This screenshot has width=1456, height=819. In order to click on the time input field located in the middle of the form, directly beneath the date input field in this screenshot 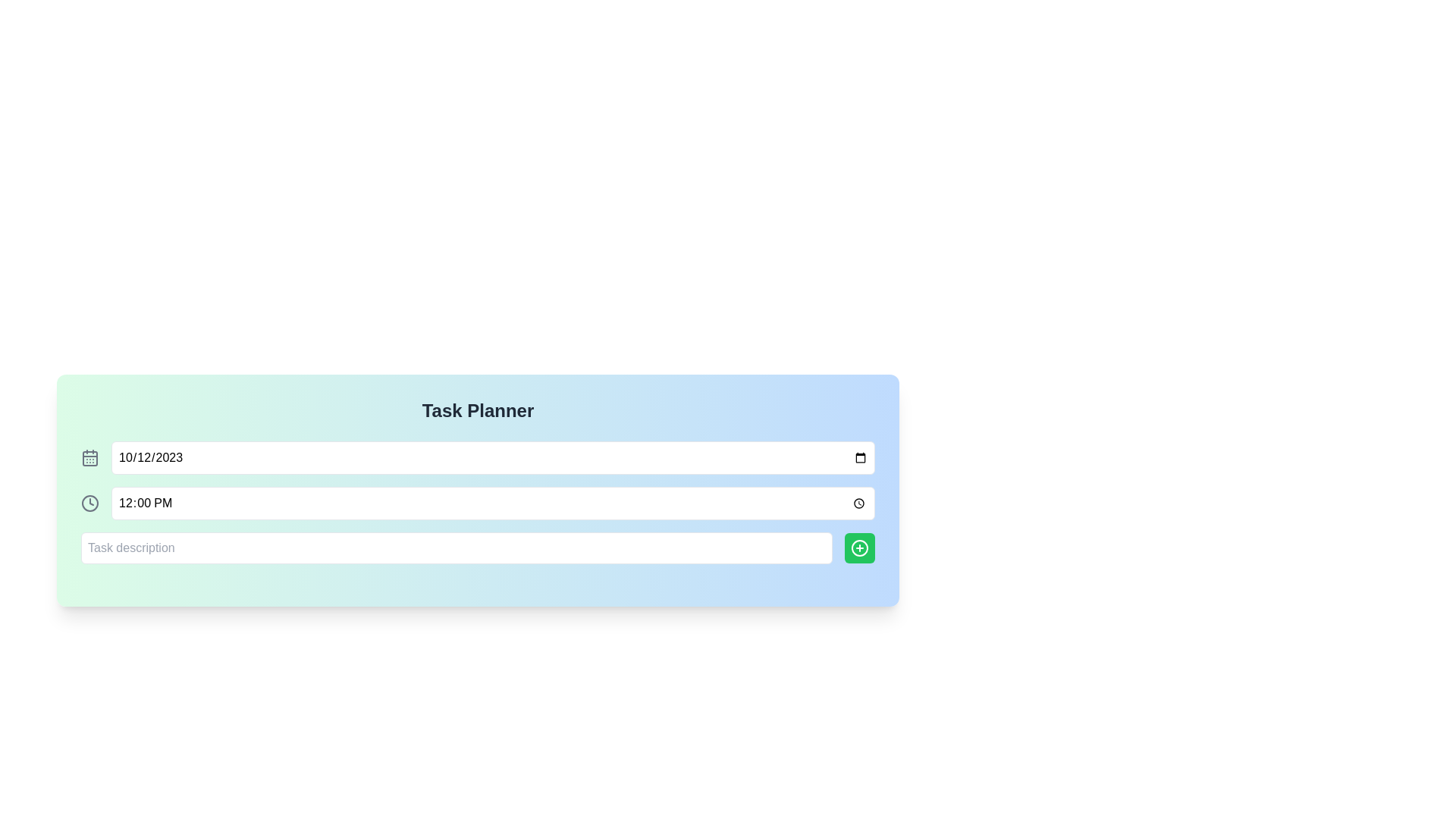, I will do `click(493, 503)`.